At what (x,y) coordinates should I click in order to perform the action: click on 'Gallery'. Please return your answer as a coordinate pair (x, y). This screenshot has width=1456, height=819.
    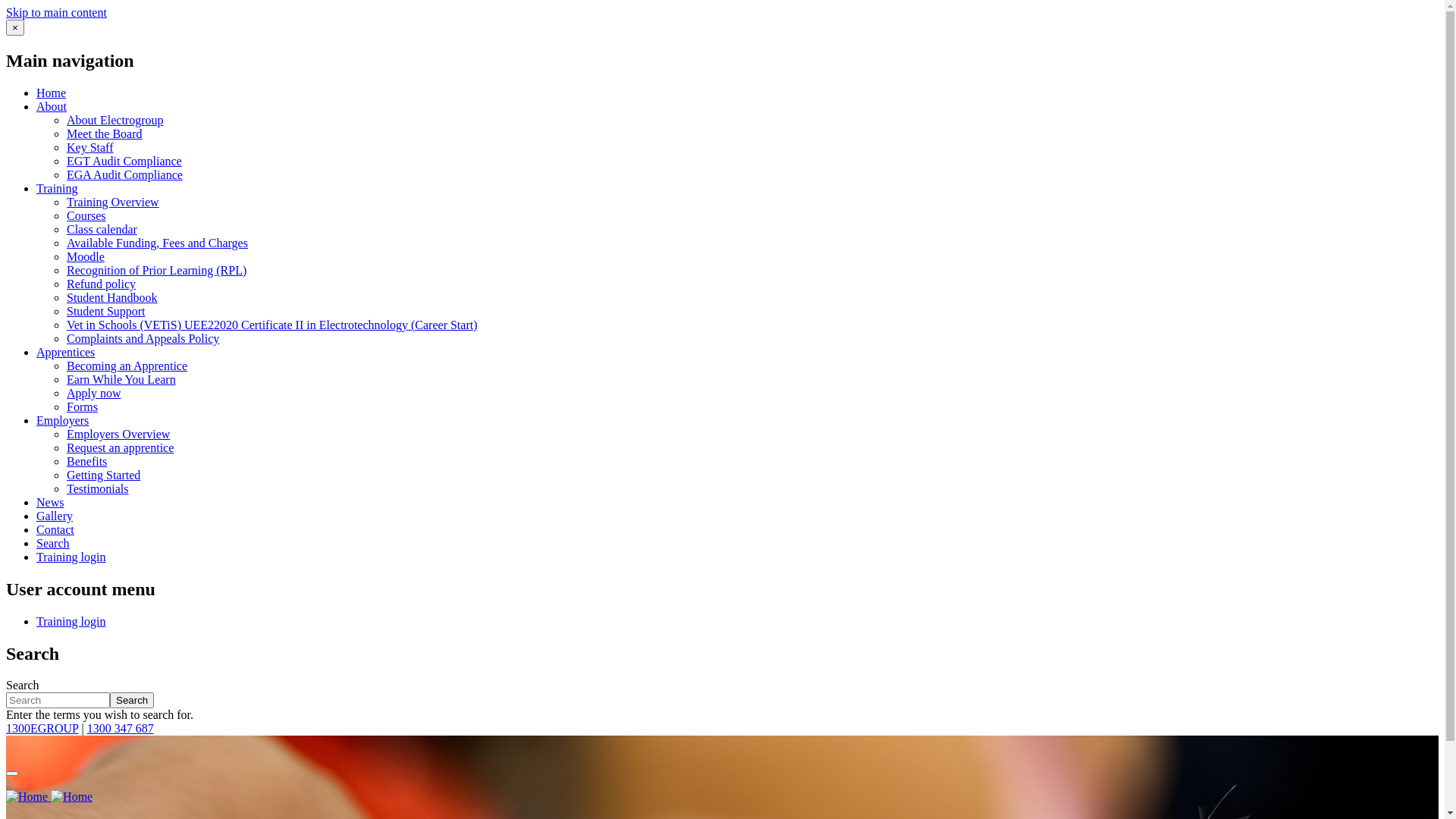
    Looking at the image, I should click on (55, 515).